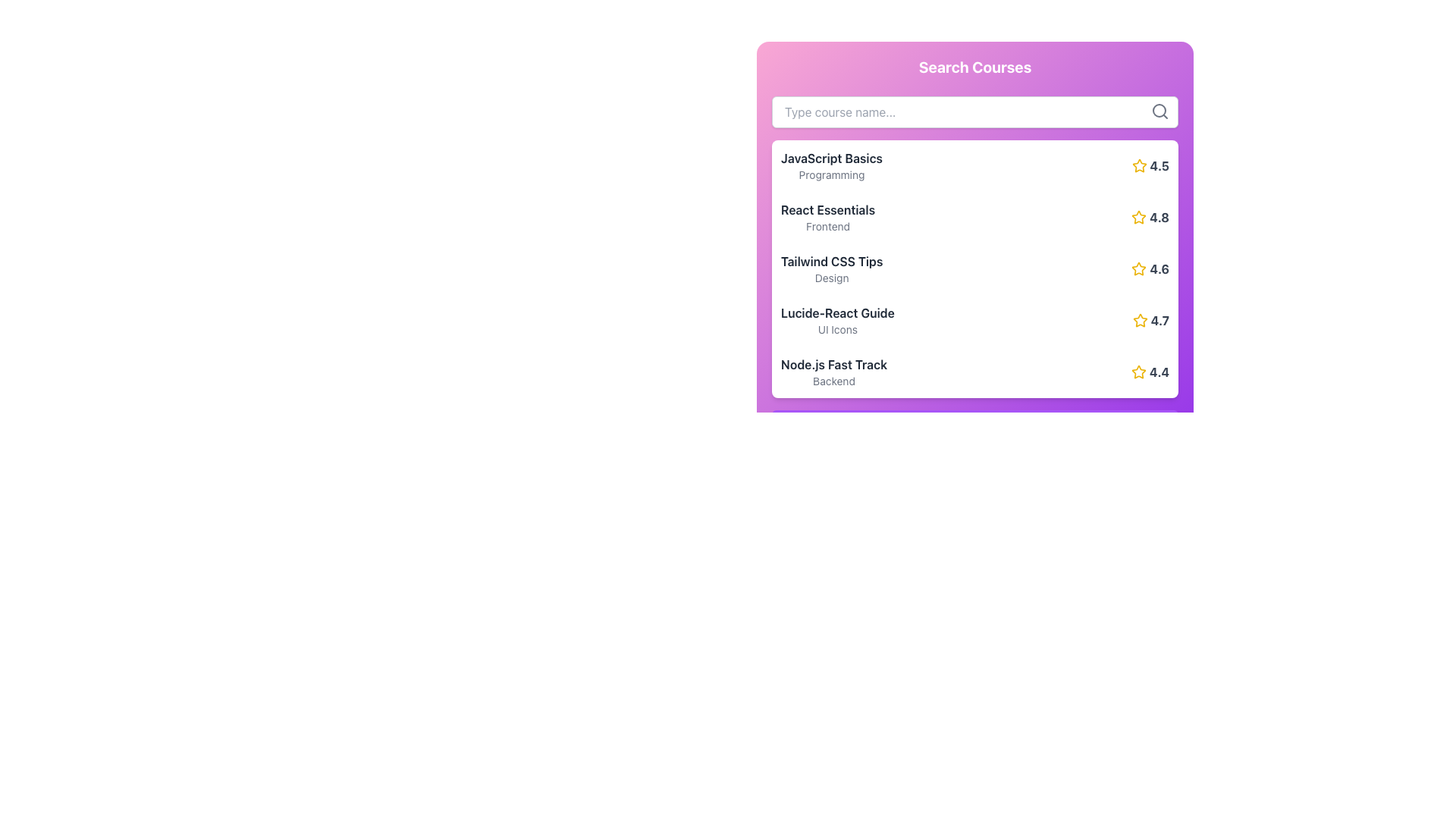 This screenshot has height=819, width=1456. I want to click on the static text label displaying the rating score (4.5) for the first item 'JavaScript Basics' in the list of courses, so click(1159, 166).